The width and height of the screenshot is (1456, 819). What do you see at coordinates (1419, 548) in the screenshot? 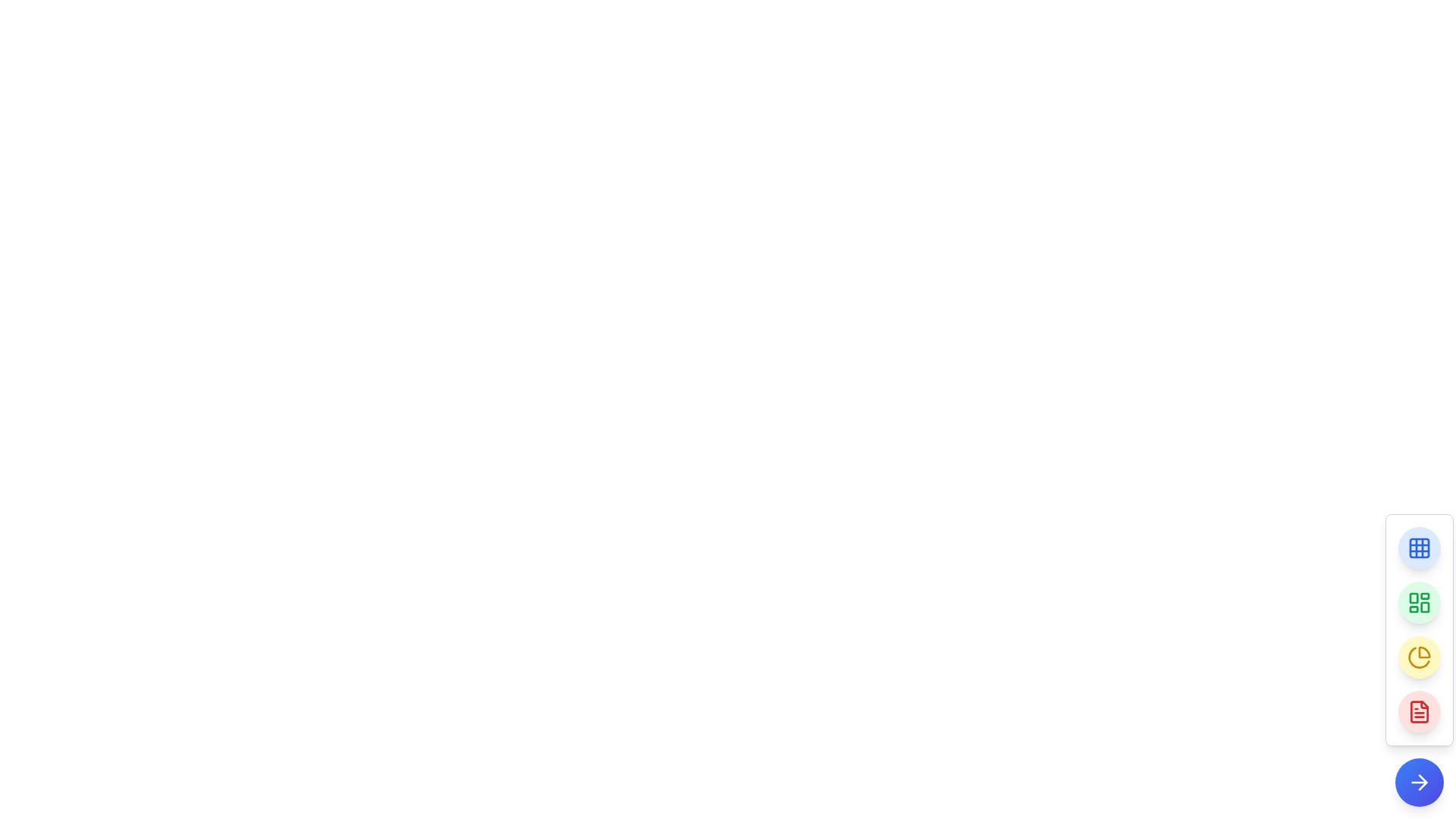
I see `the top-left cell of the grid represented by a small rounded rectangle with a 2-pixel radius at the corners` at bounding box center [1419, 548].